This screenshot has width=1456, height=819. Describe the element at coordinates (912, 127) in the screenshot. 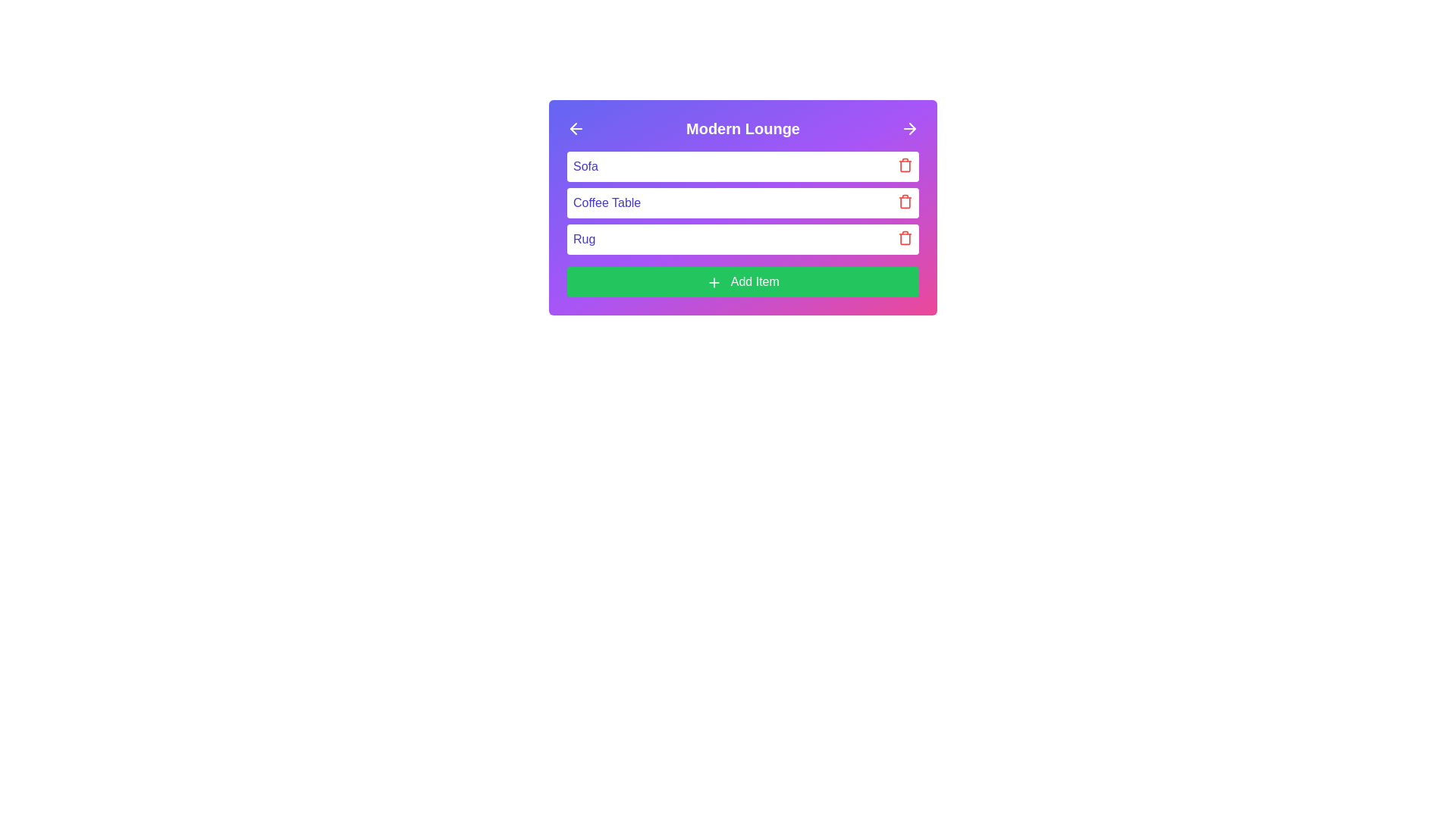

I see `the small rightward-pointing arrow icon located at the top-right corner of the modal component, adjacent to the header text` at that location.